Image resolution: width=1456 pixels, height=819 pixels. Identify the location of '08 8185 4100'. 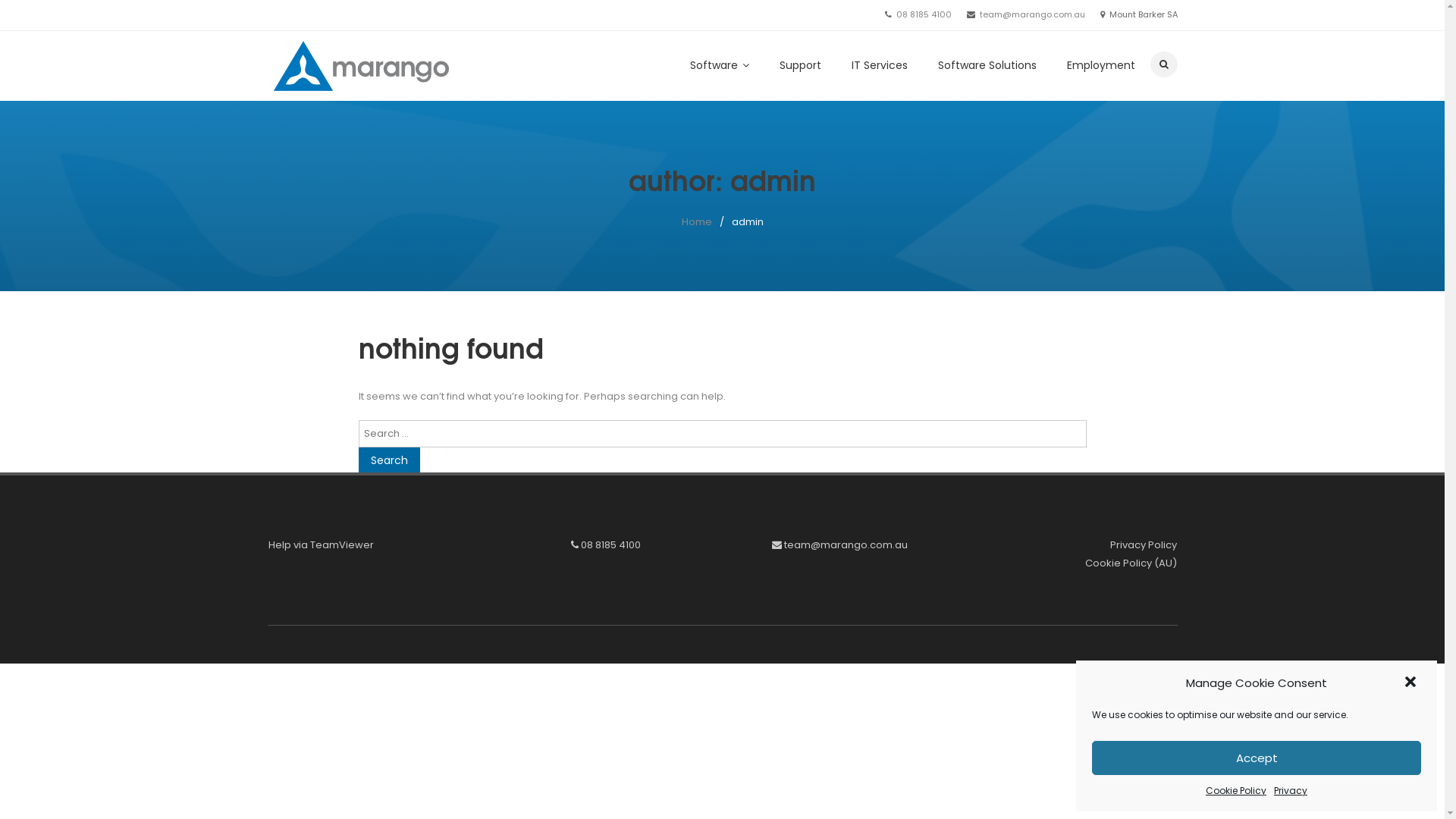
(923, 14).